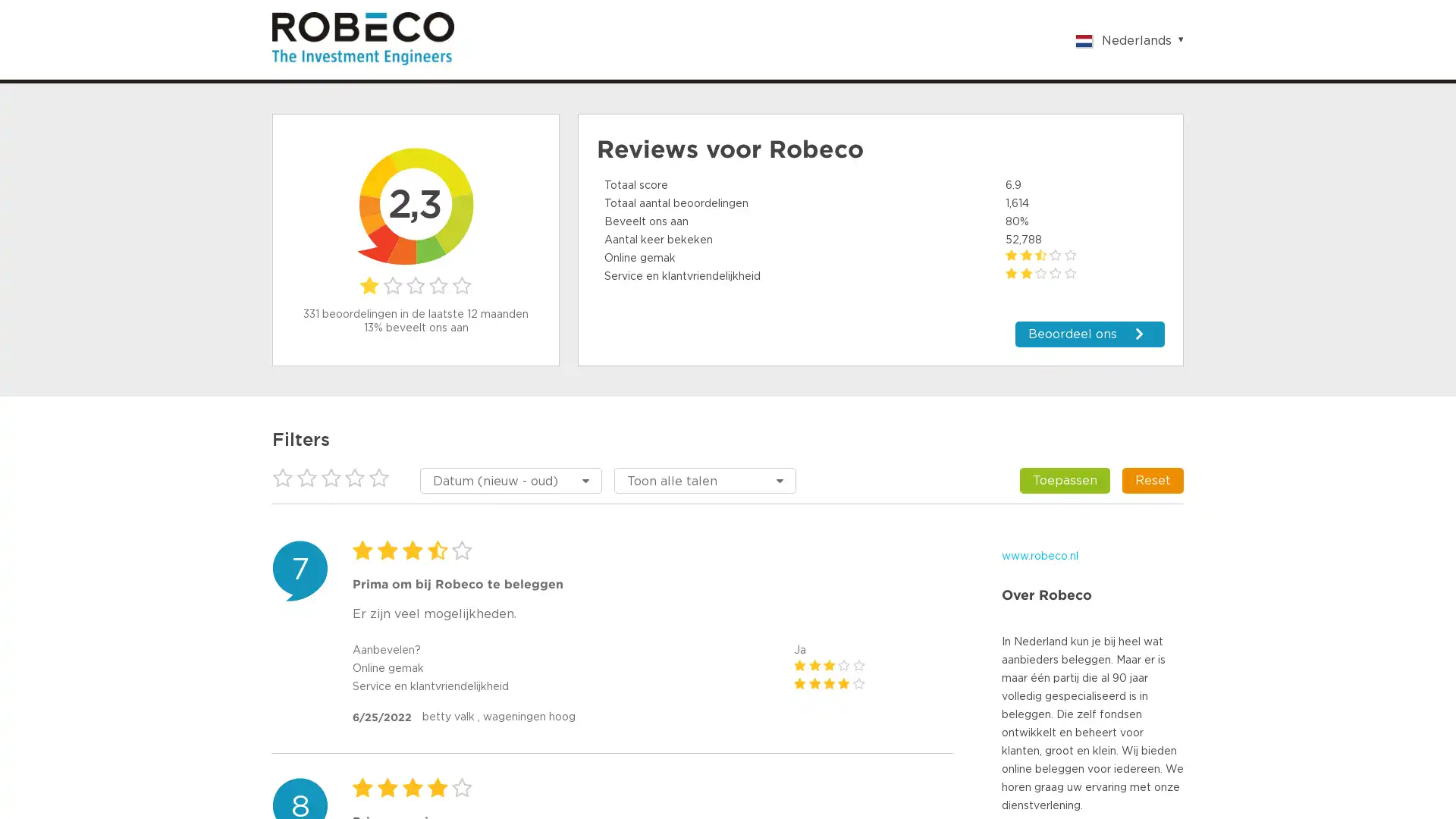 This screenshot has height=819, width=1456. Describe the element at coordinates (1088, 333) in the screenshot. I see `Beoordeel ons` at that location.